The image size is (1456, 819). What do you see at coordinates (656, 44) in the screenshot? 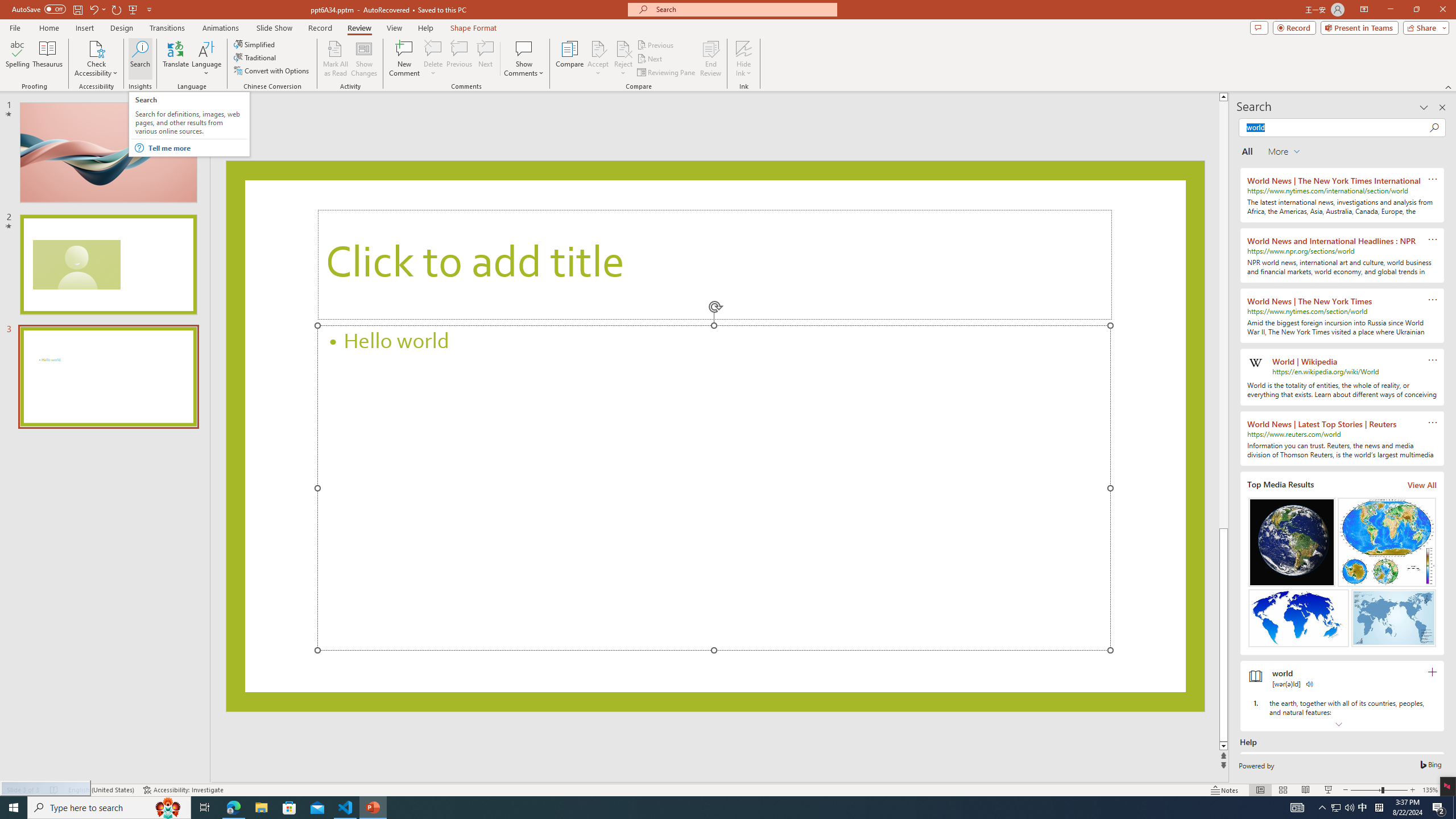
I see `'Previous'` at bounding box center [656, 44].